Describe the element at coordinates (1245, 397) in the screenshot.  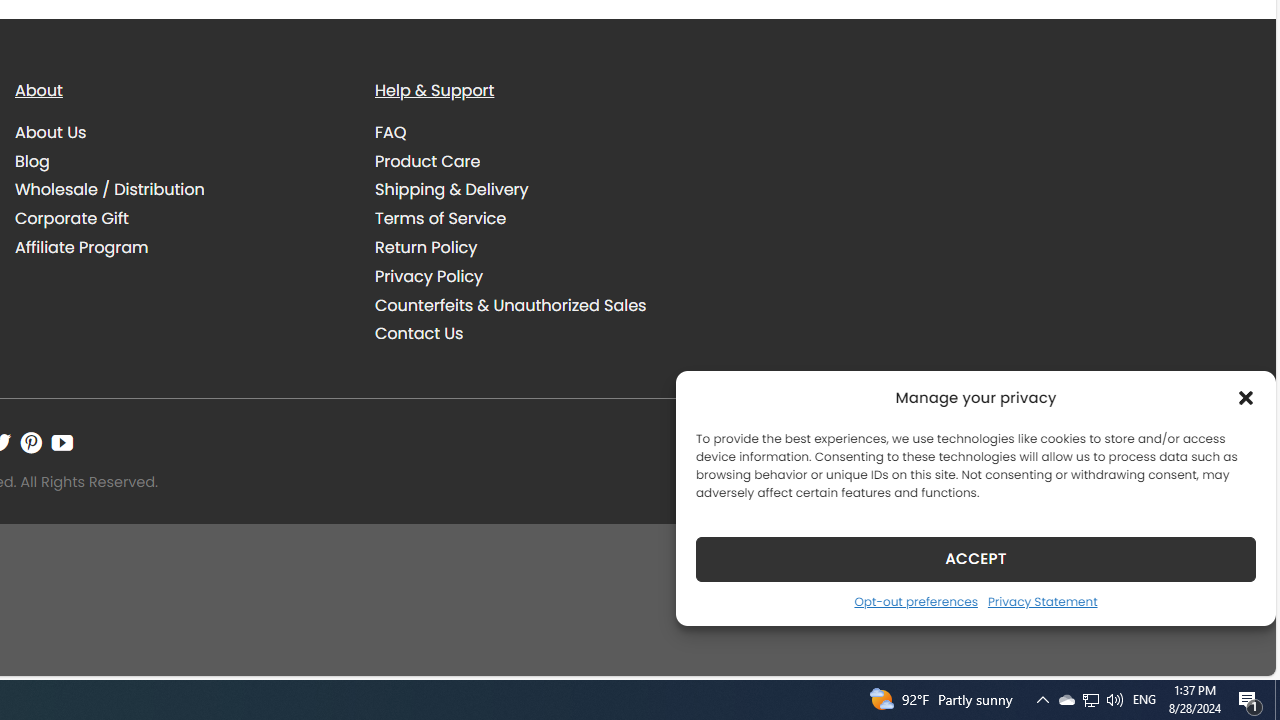
I see `'Class: cmplz-close'` at that location.